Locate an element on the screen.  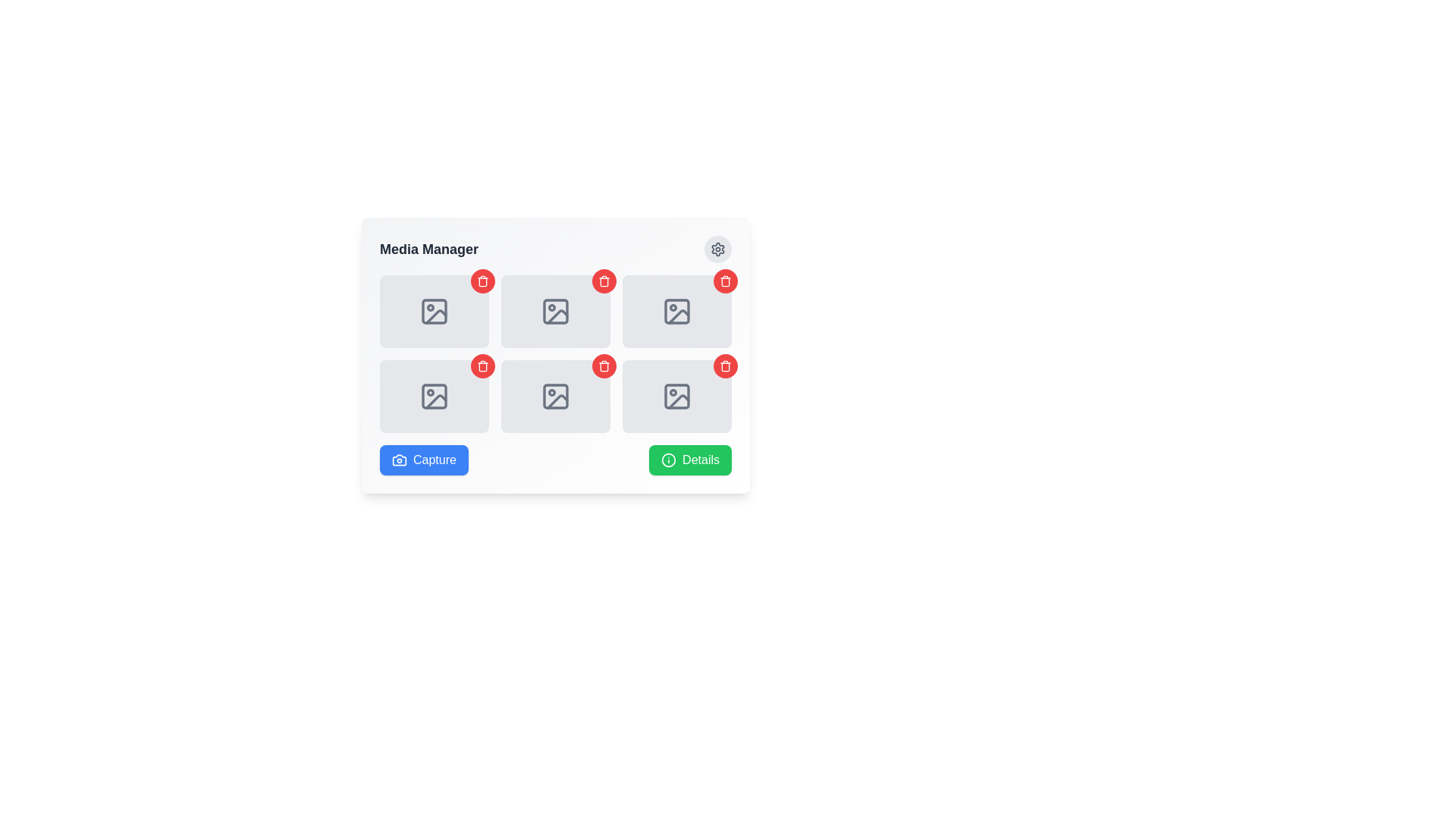
the image upload icon located in the bottom-left position of the 2x3 grid layout within the 'Media Manager' section is located at coordinates (433, 396).